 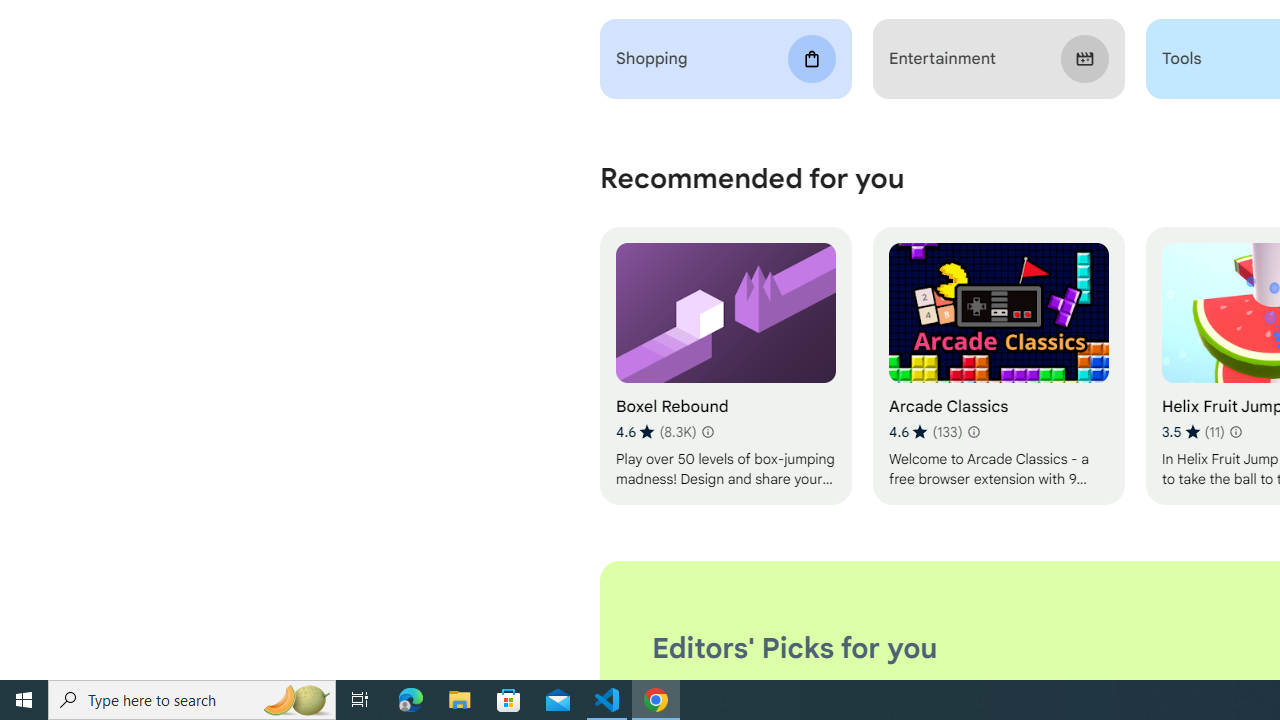 What do you see at coordinates (656, 698) in the screenshot?
I see `'Google Chrome - 1 running window'` at bounding box center [656, 698].